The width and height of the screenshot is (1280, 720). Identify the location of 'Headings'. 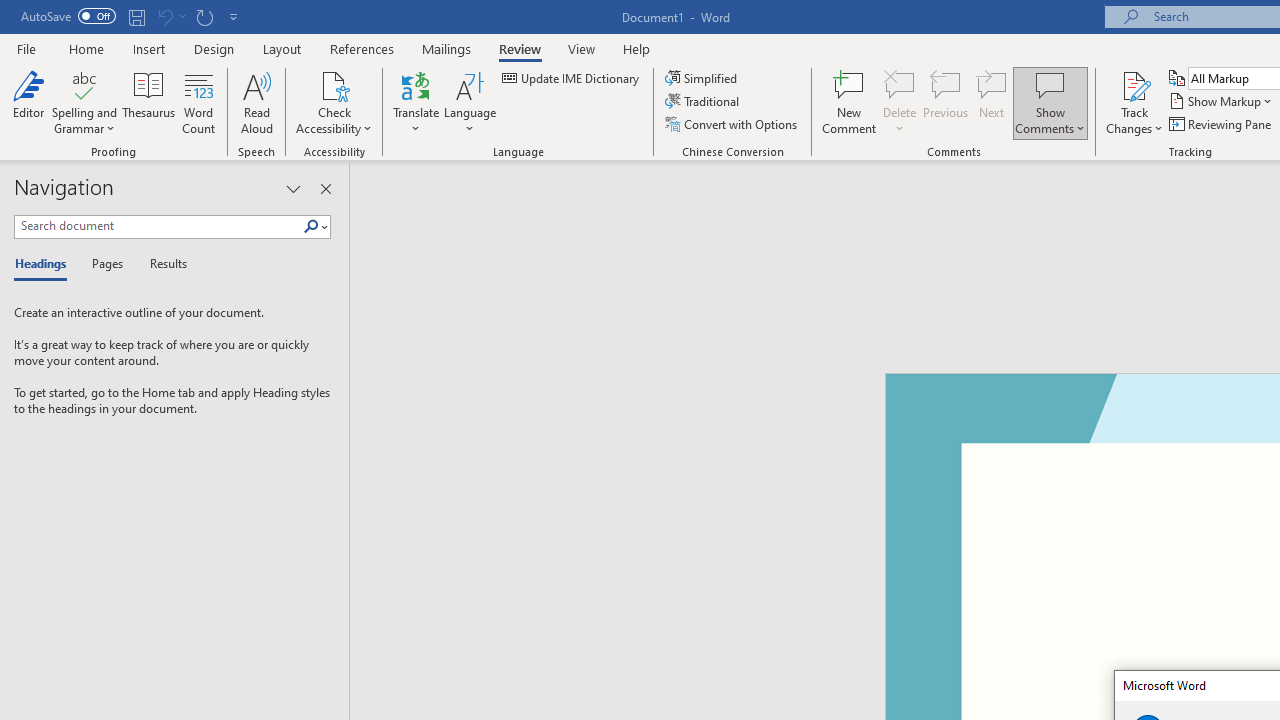
(45, 264).